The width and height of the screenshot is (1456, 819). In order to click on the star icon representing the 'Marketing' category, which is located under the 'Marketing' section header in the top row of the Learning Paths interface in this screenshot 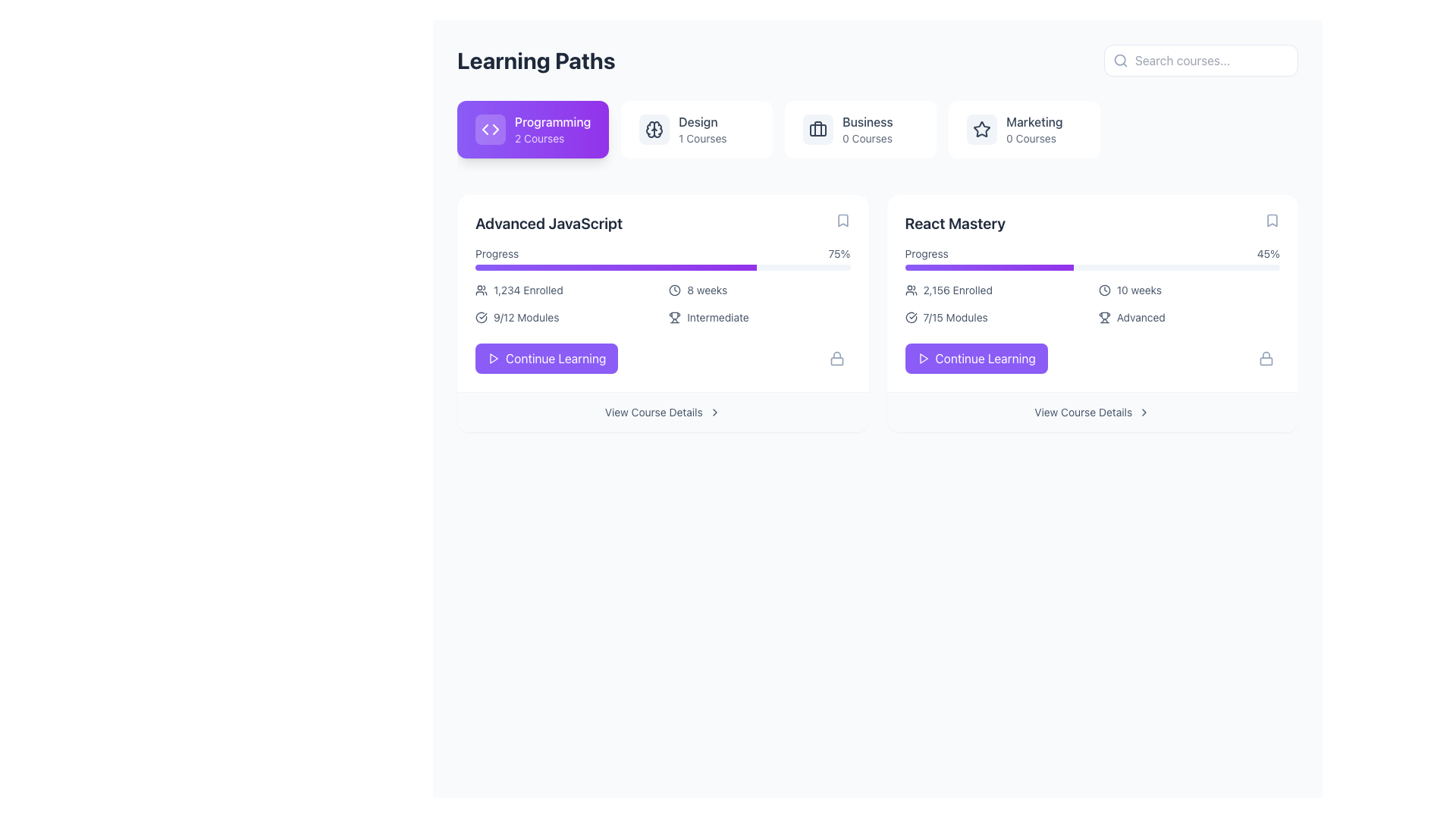, I will do `click(982, 128)`.